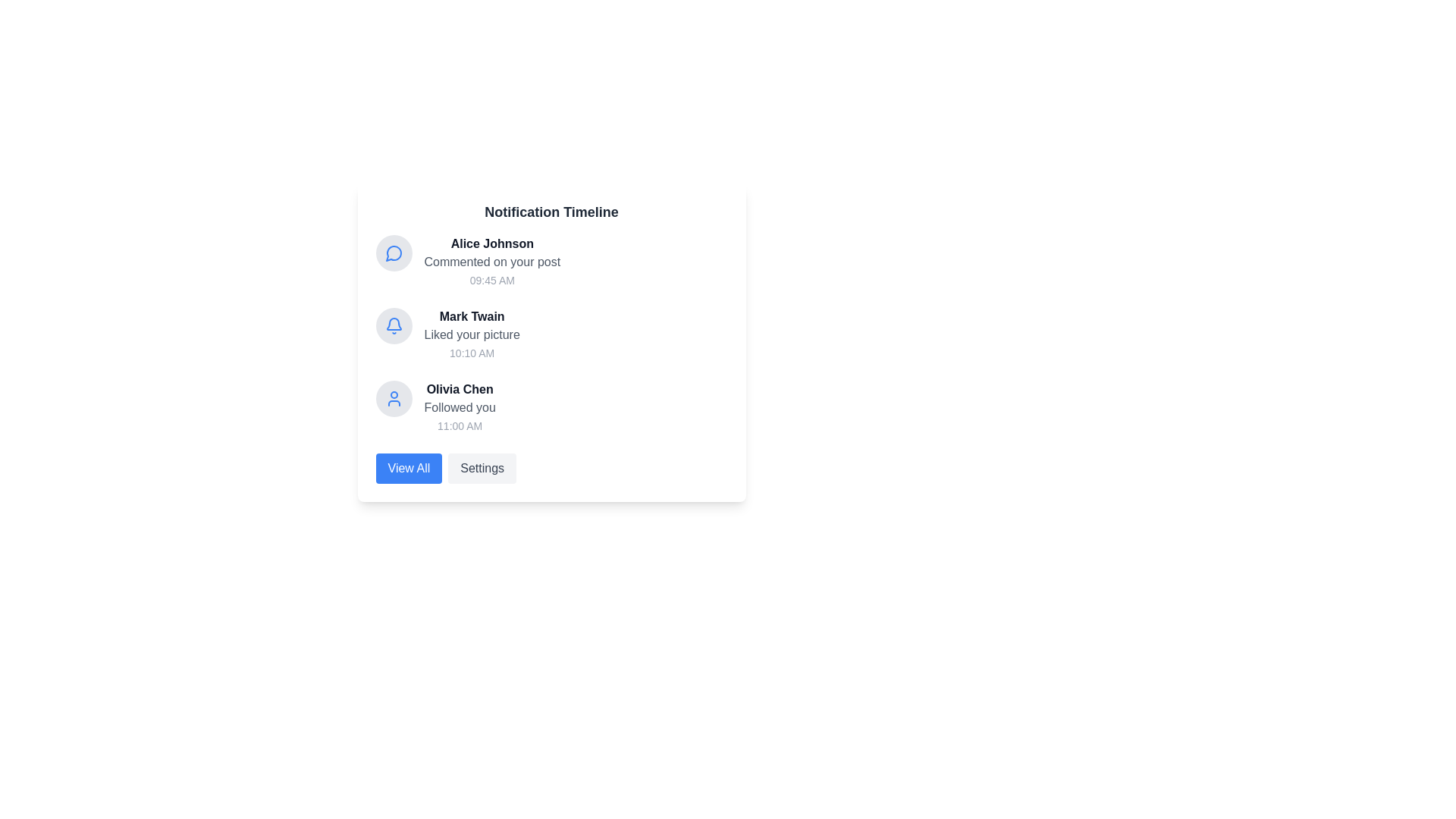 This screenshot has height=819, width=1456. What do you see at coordinates (459, 426) in the screenshot?
I see `the timestamp Text Label located within the notification entry for 'Olivia Chen', positioned below 'Followed you'` at bounding box center [459, 426].